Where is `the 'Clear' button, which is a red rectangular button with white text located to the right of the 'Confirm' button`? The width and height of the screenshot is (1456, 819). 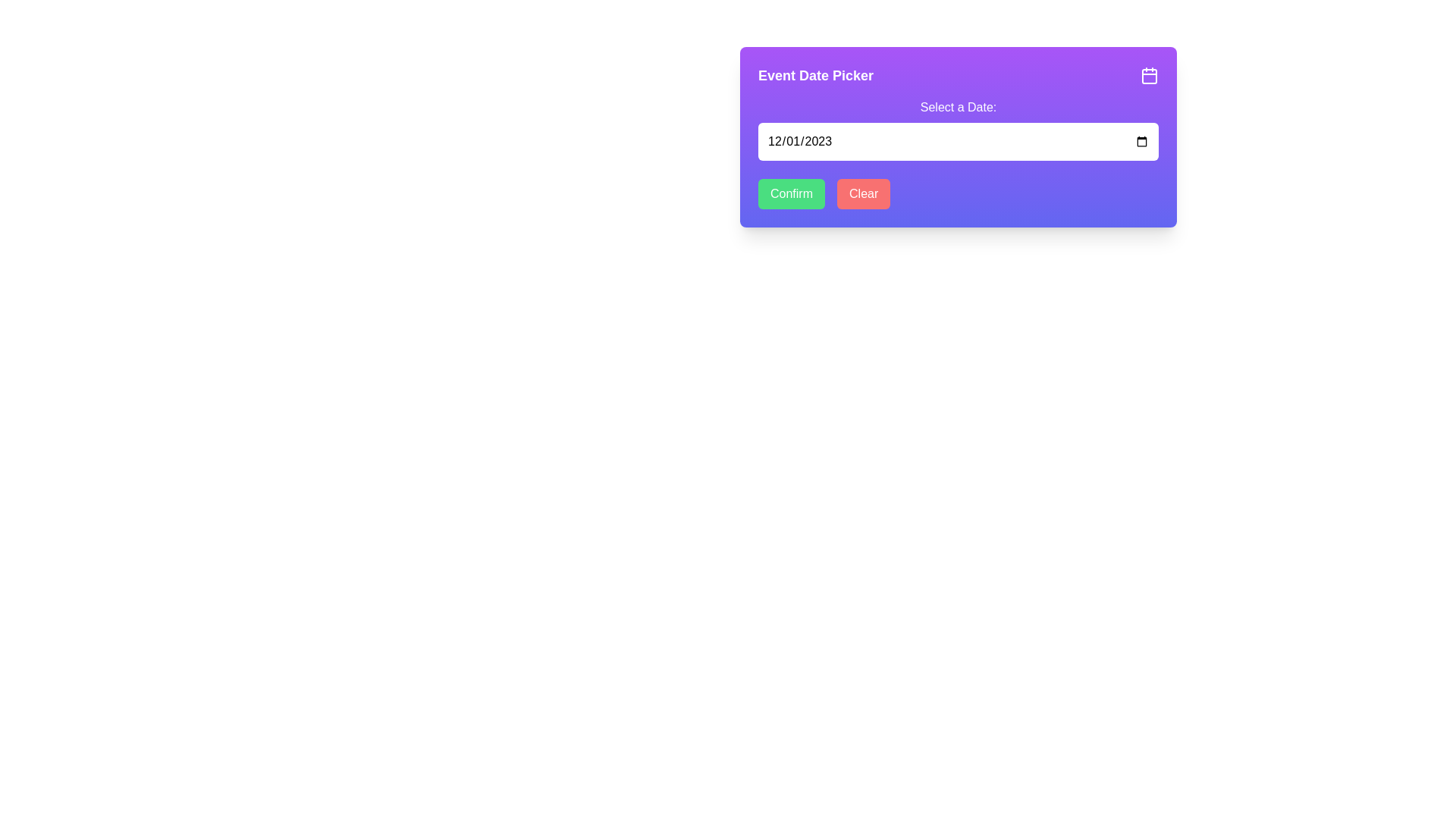
the 'Clear' button, which is a red rectangular button with white text located to the right of the 'Confirm' button is located at coordinates (864, 193).